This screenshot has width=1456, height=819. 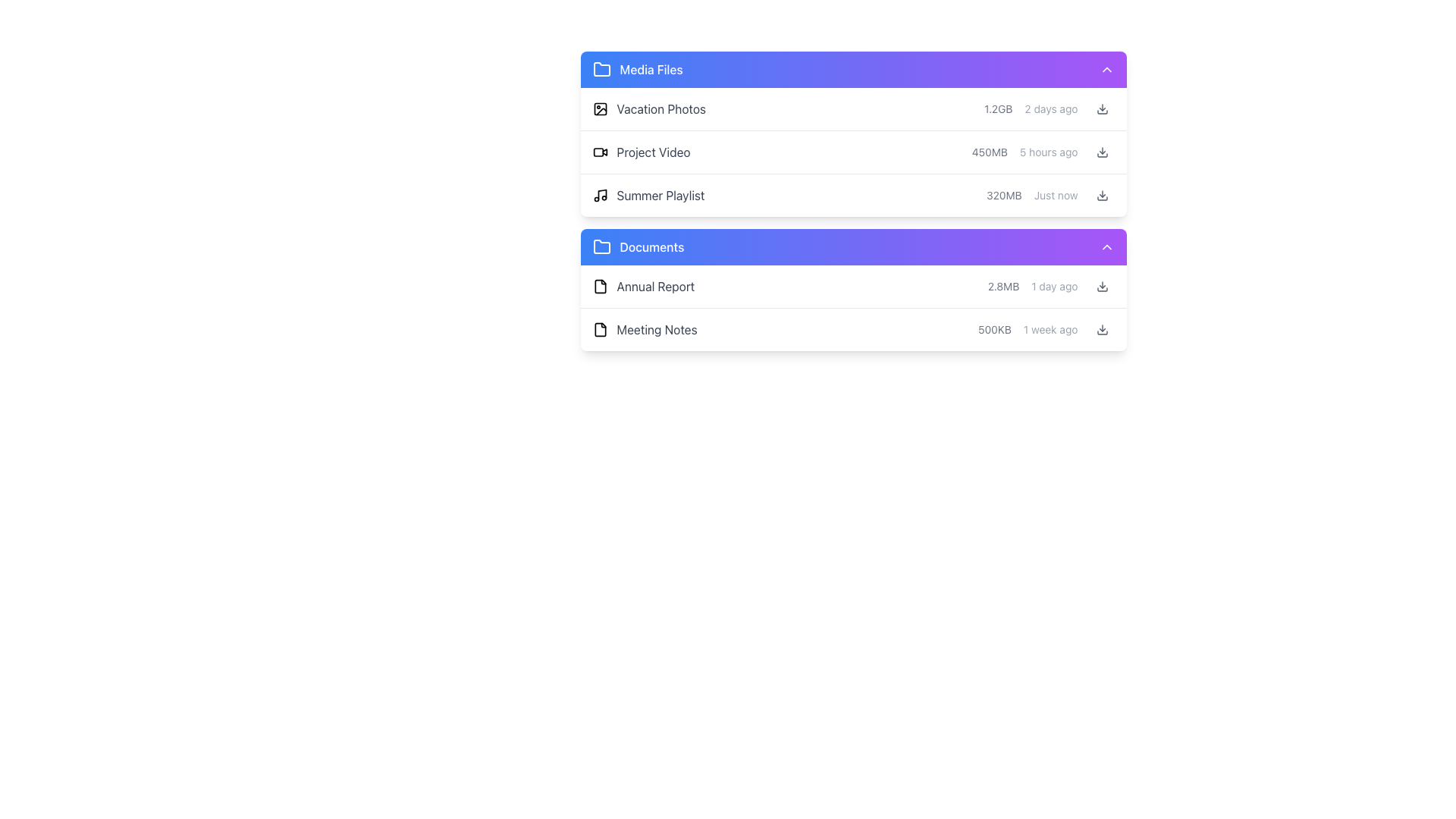 What do you see at coordinates (853, 195) in the screenshot?
I see `the third media file list item labeled 'Summer Playlist'` at bounding box center [853, 195].